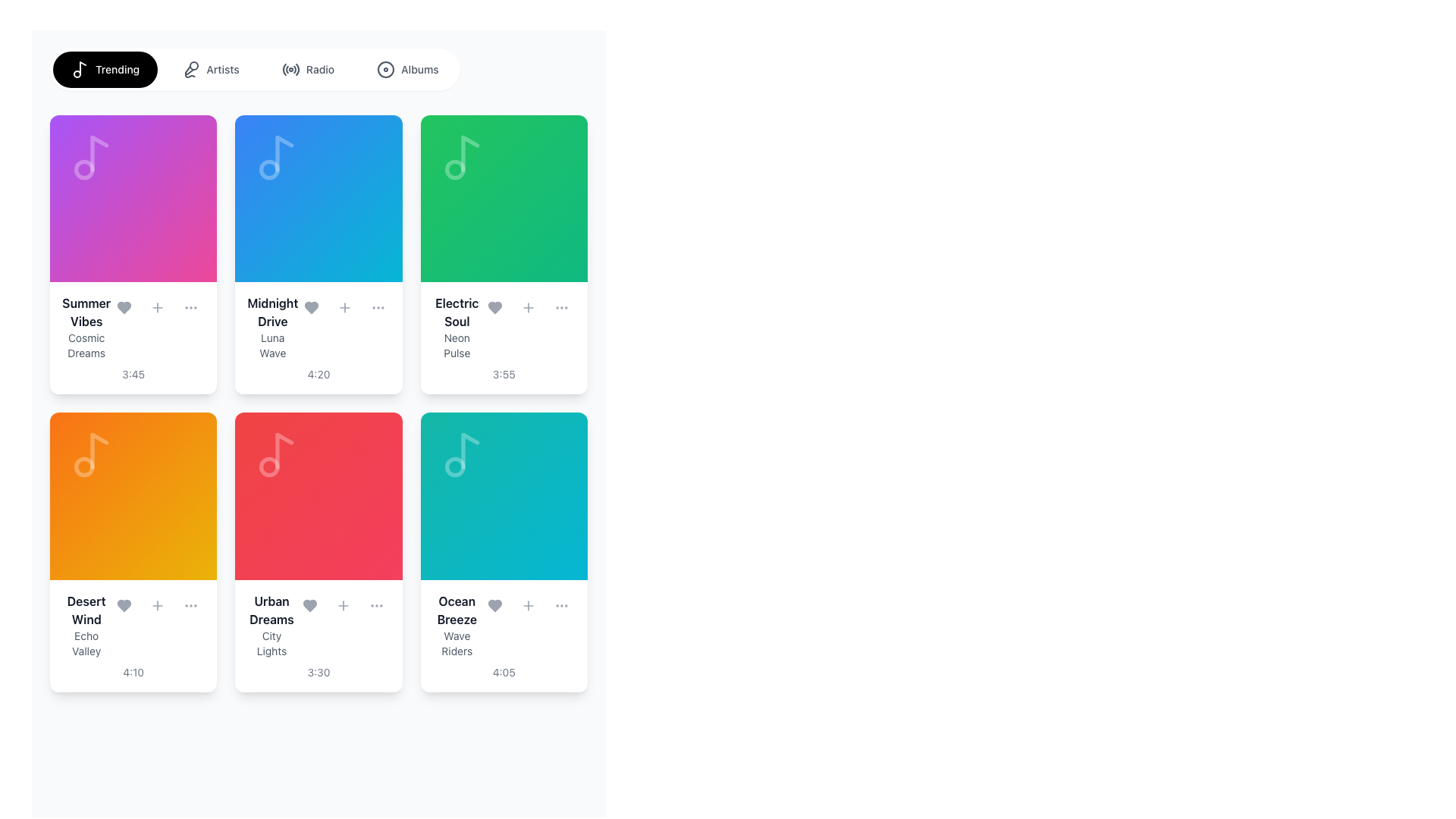  Describe the element at coordinates (454, 466) in the screenshot. I see `the decorative circle that represents a music note's dot, located in the bottom-right card of the music cards grid` at that location.